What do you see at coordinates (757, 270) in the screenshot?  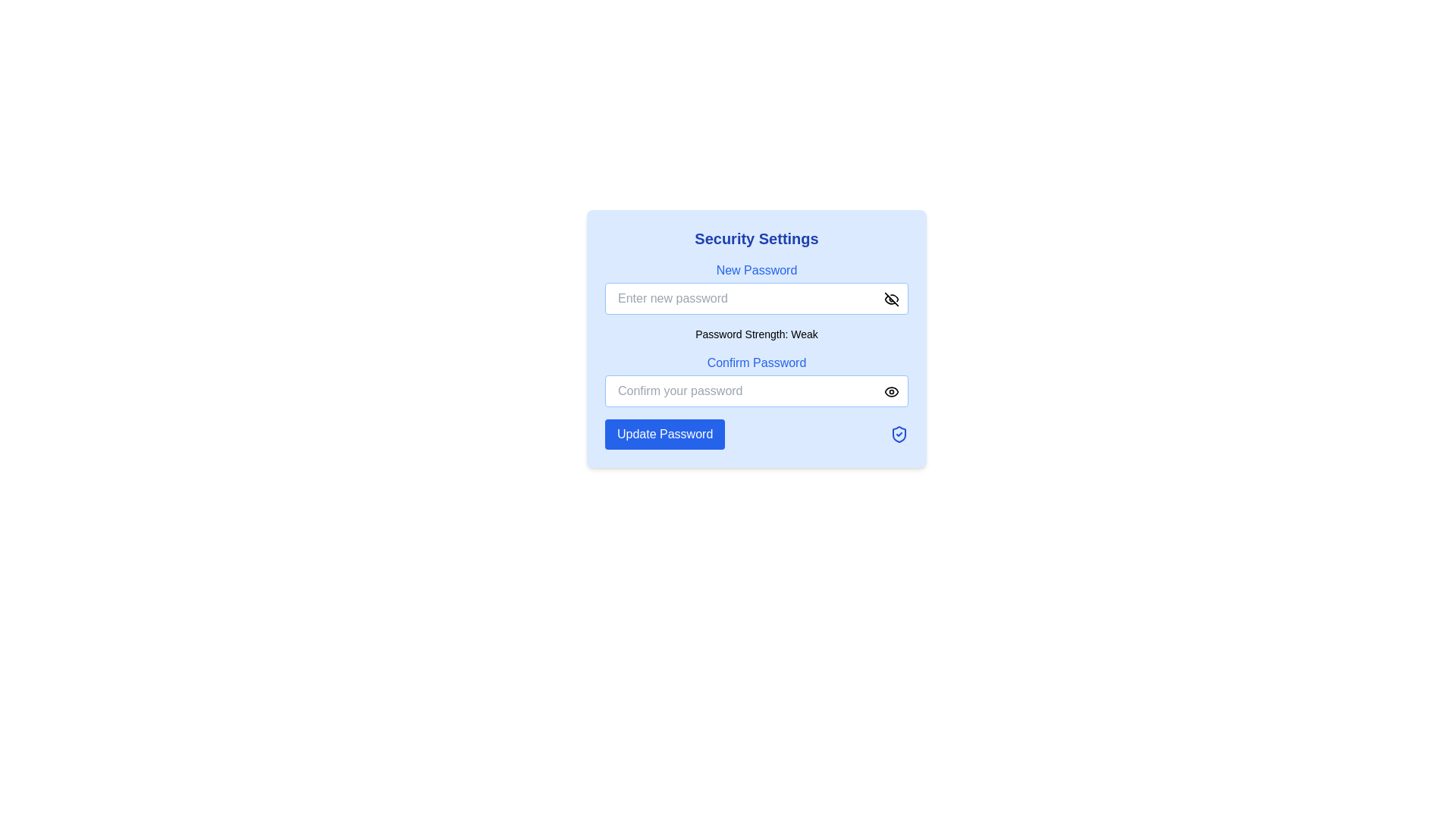 I see `the label for the new password input field located under 'Security Settings' to guide the user in entering a new password` at bounding box center [757, 270].